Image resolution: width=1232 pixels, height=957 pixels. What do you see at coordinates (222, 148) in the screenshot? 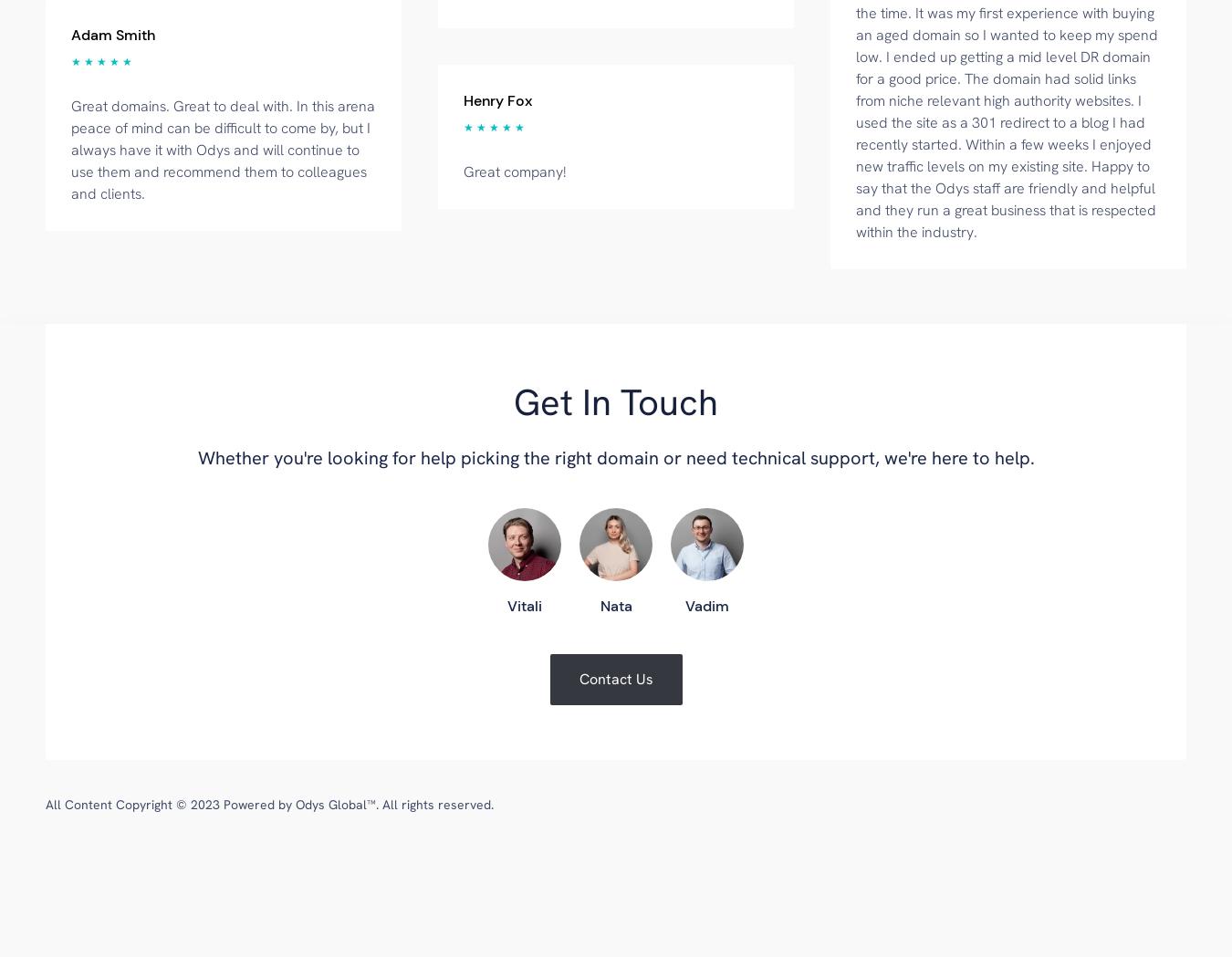
I see `'Great domains. Great to deal with. In this arena peace of mind can be difficult to come by, but I always have it with Odys and will continue to use them and recommend them to colleagues and clients.'` at bounding box center [222, 148].